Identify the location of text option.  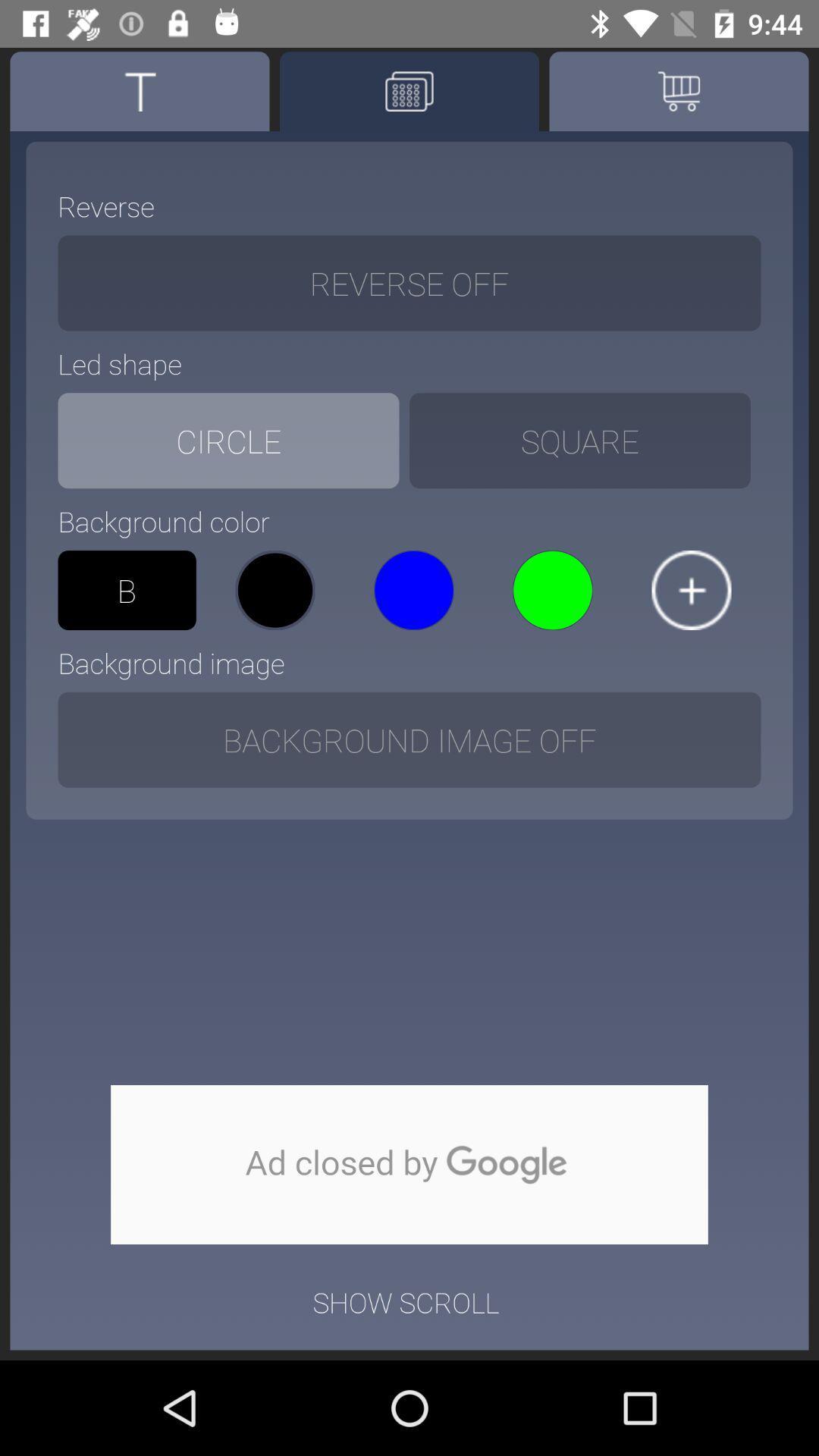
(140, 90).